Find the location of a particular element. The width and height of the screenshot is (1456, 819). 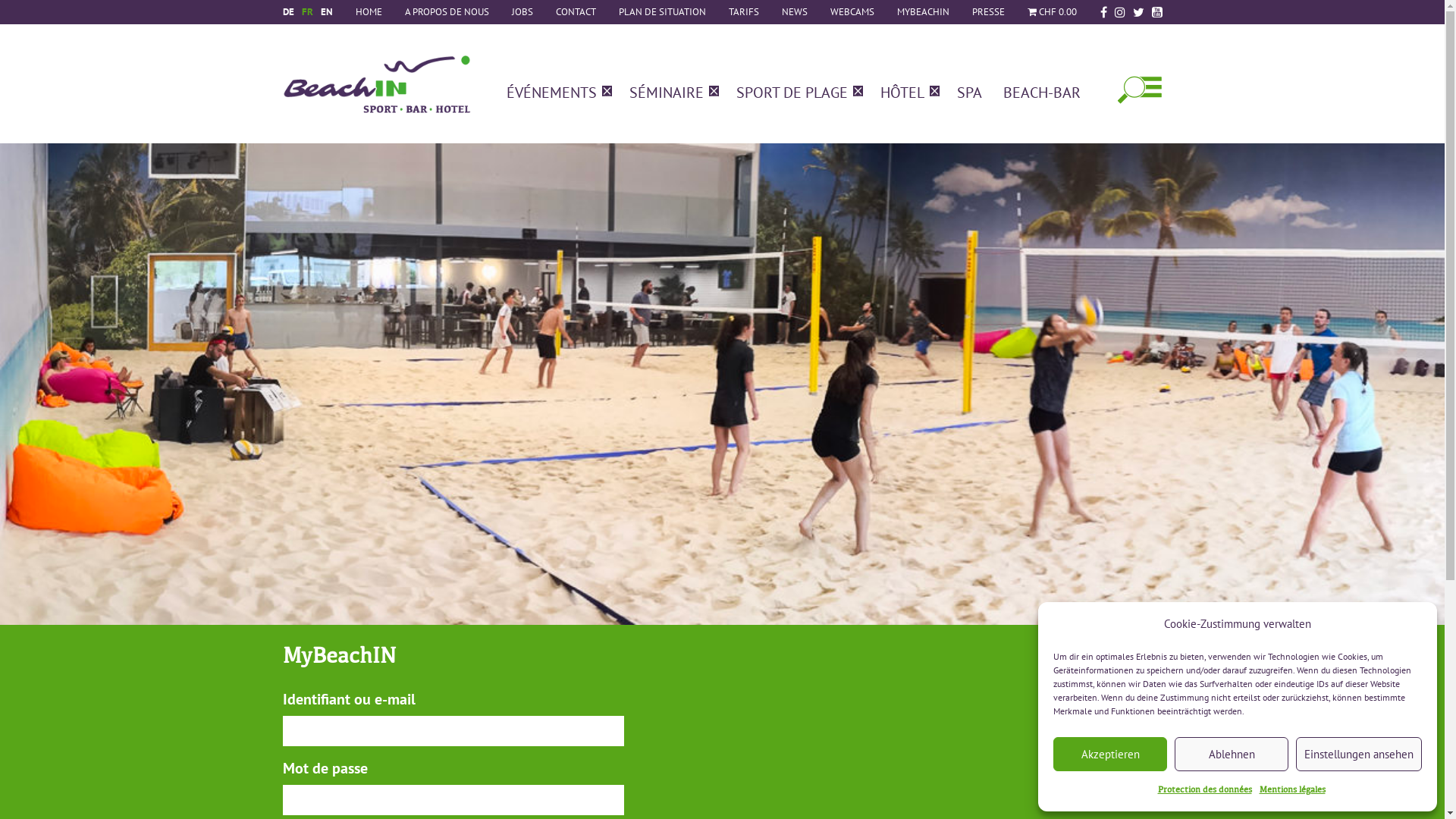

'A PROPOS DE NOUS' is located at coordinates (445, 11).